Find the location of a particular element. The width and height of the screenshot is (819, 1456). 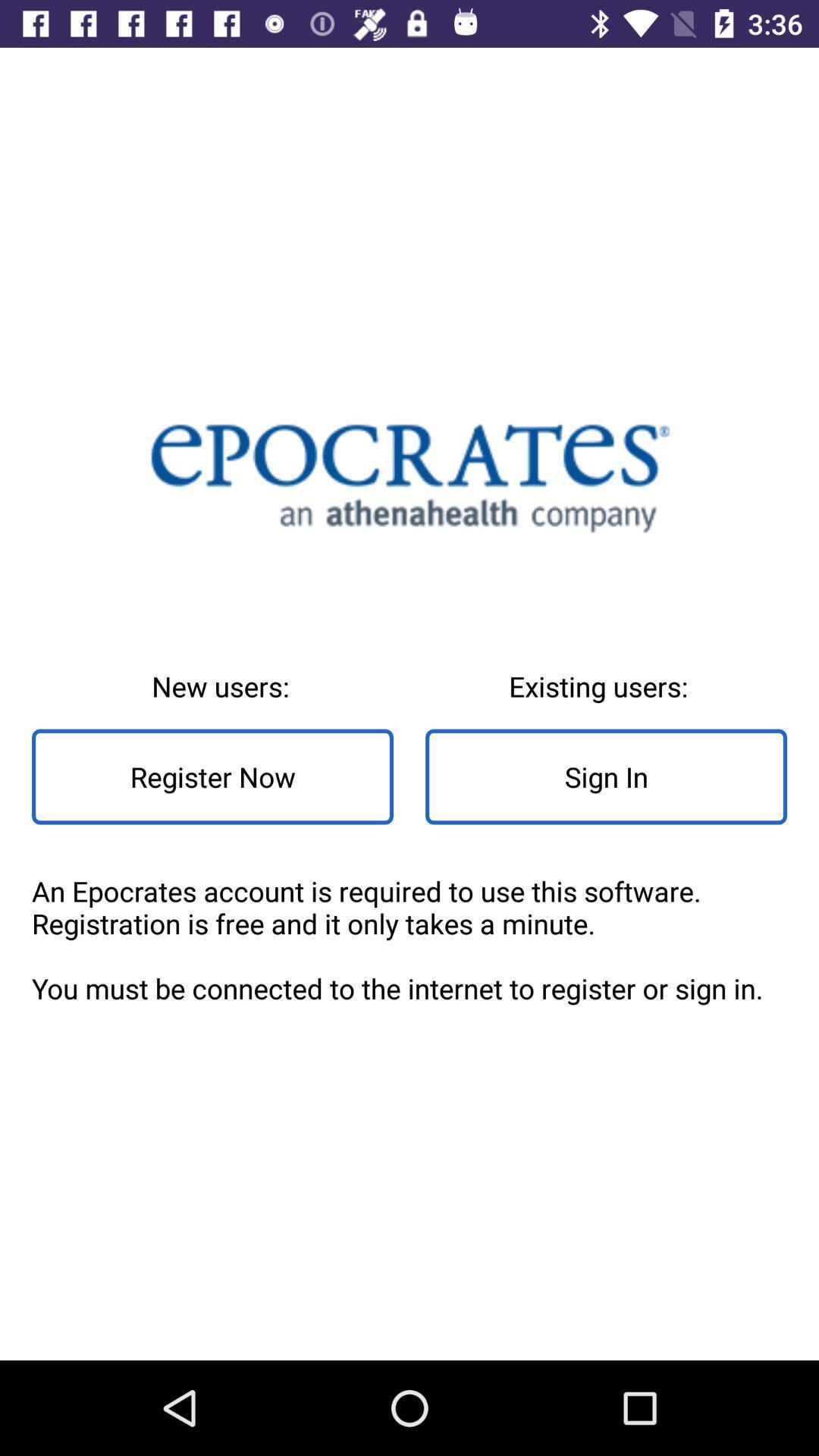

the icon next to the new users: icon is located at coordinates (605, 777).